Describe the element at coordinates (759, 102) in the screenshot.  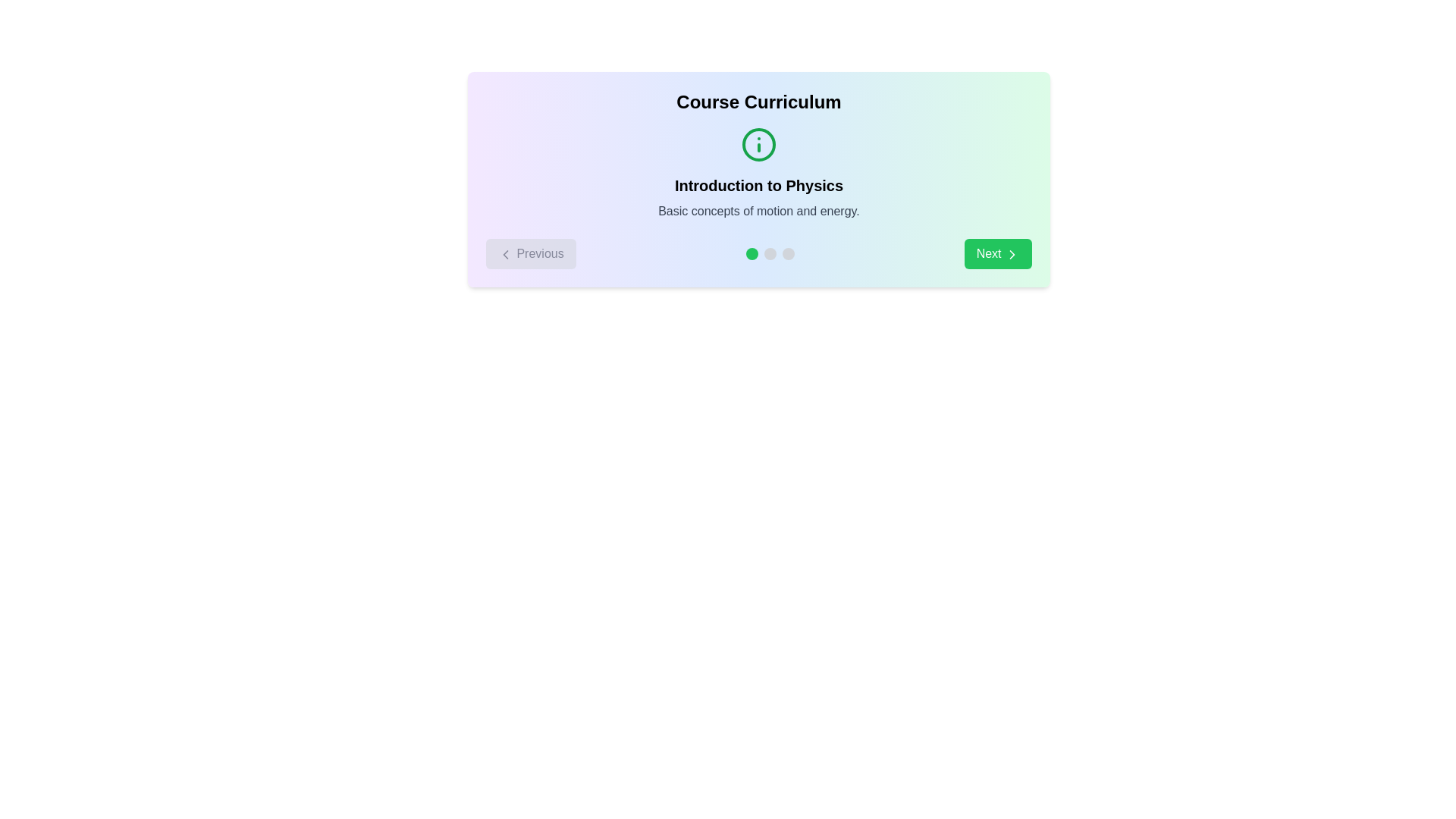
I see `the static text header labeled 'Course Curriculum' that is prominently displayed in a bold and large font at the top of the section with a gradient background` at that location.